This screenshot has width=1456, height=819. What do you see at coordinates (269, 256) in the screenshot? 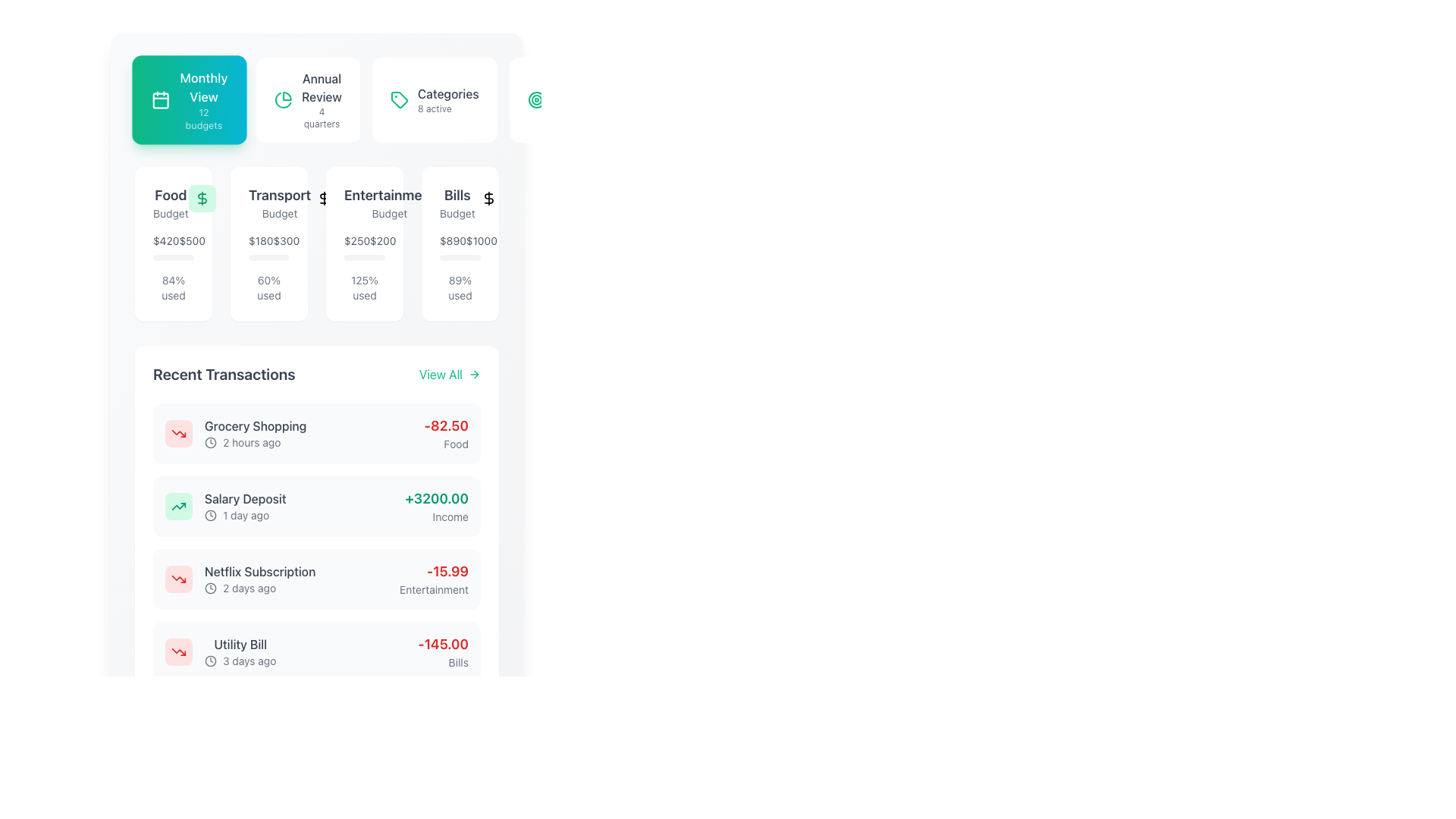
I see `the progress bar that visually represents the percentage of budget used for the 'Transport' category, located in the second card under the 'Monthly View' section` at bounding box center [269, 256].